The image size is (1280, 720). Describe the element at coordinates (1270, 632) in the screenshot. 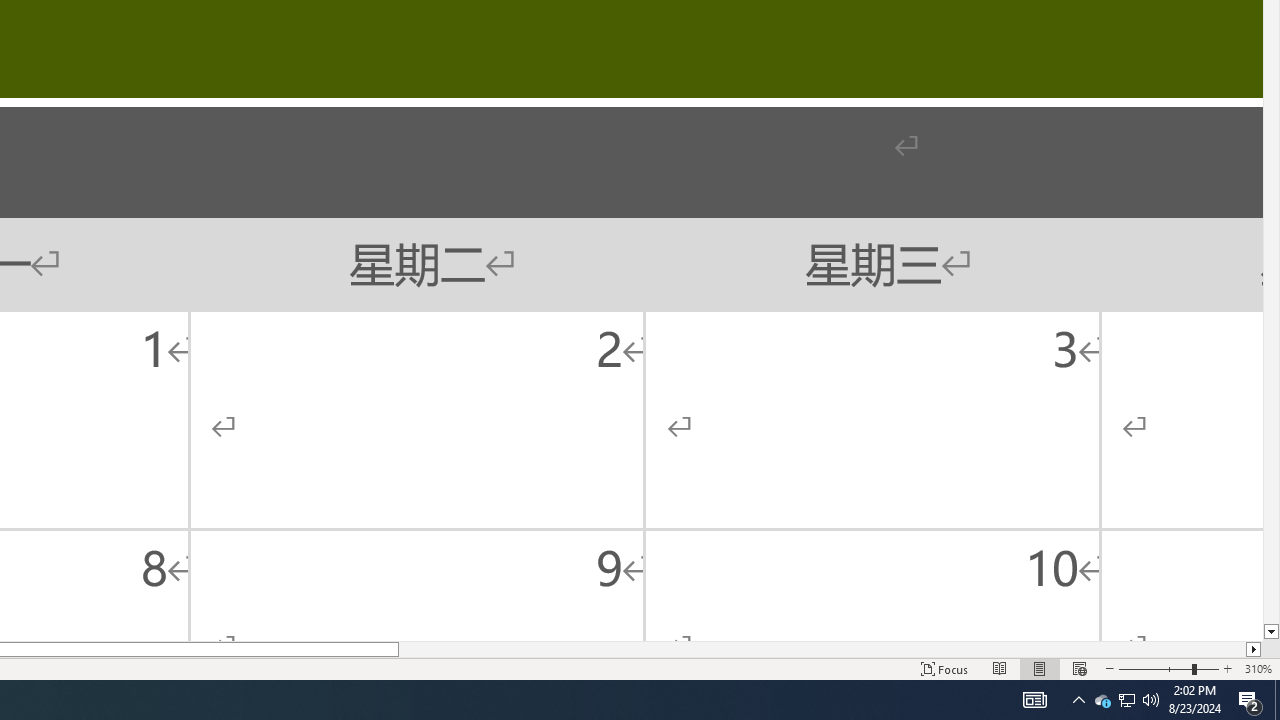

I see `'Line down'` at that location.